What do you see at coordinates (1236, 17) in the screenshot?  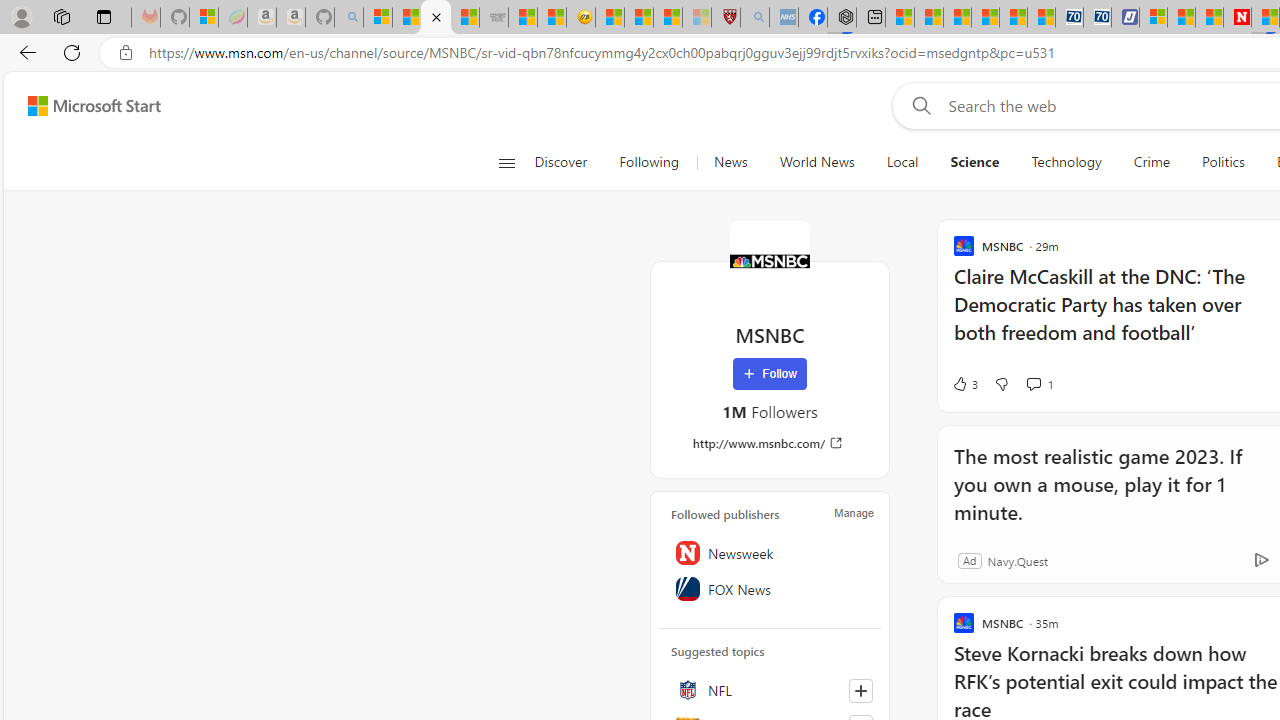 I see `'Newsweek - News, Analysis, Politics, Business, Technology'` at bounding box center [1236, 17].